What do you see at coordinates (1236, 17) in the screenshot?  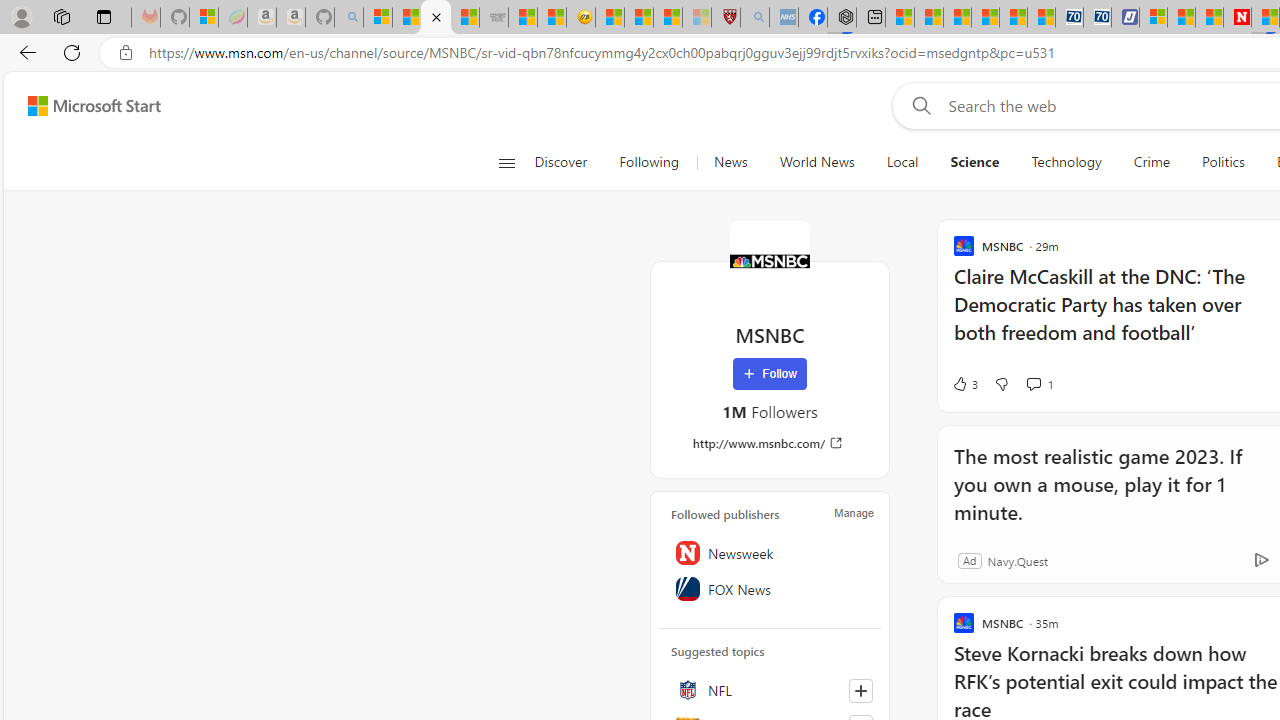 I see `'Newsweek - News, Analysis, Politics, Business, Technology'` at bounding box center [1236, 17].